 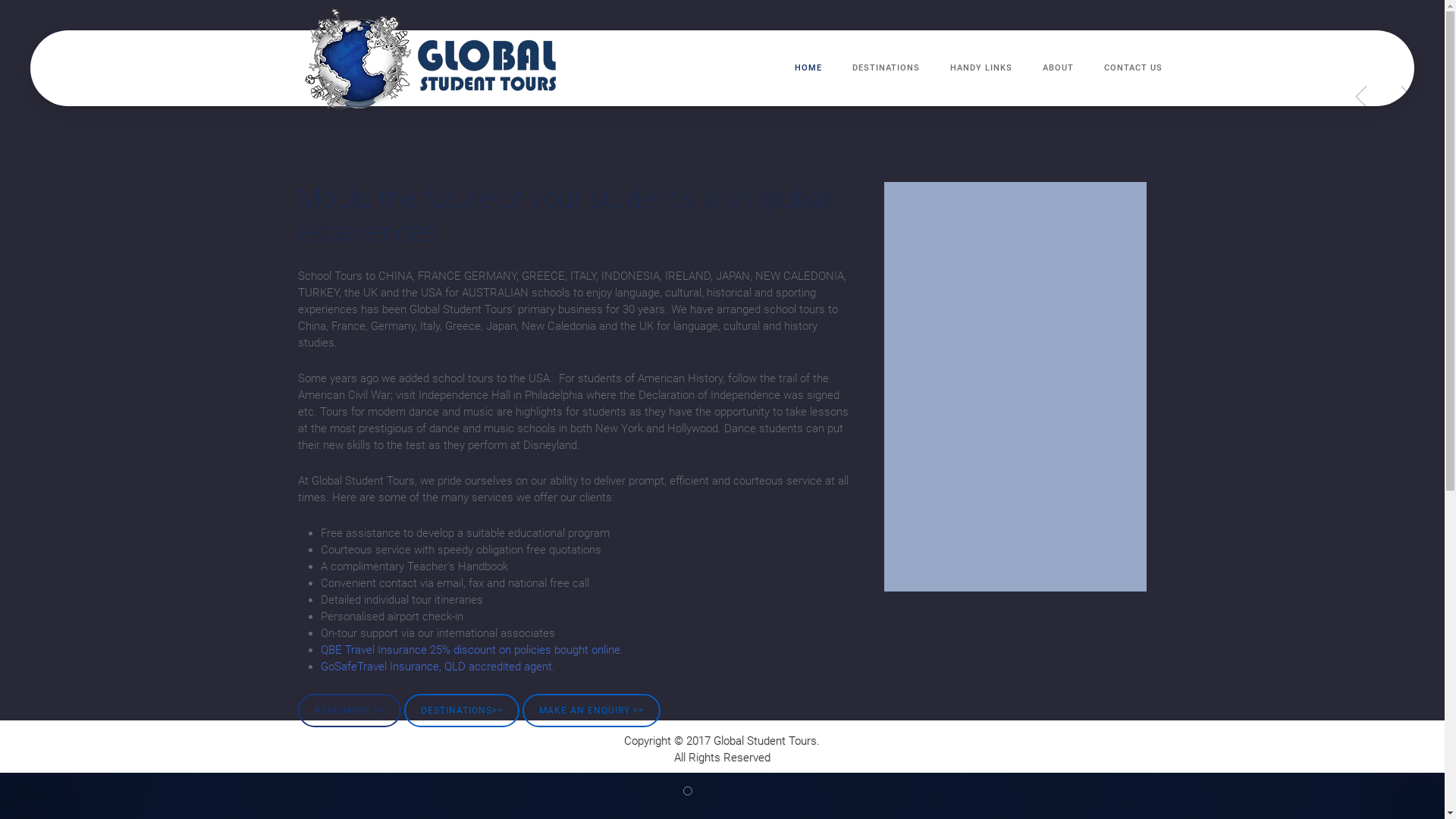 What do you see at coordinates (1133, 67) in the screenshot?
I see `'CONTACT US'` at bounding box center [1133, 67].